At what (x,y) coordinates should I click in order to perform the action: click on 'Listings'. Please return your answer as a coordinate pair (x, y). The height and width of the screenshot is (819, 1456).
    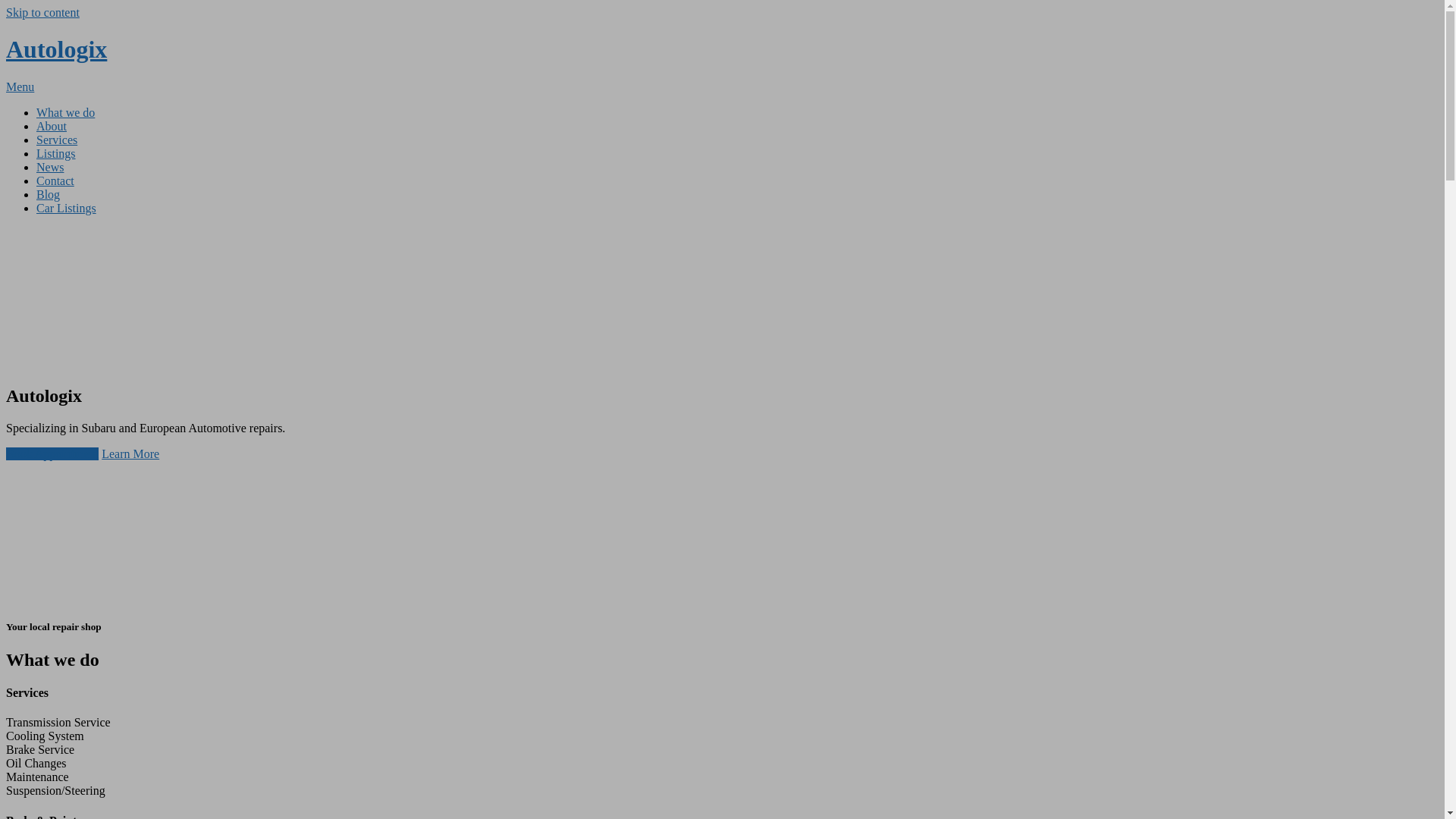
    Looking at the image, I should click on (36, 153).